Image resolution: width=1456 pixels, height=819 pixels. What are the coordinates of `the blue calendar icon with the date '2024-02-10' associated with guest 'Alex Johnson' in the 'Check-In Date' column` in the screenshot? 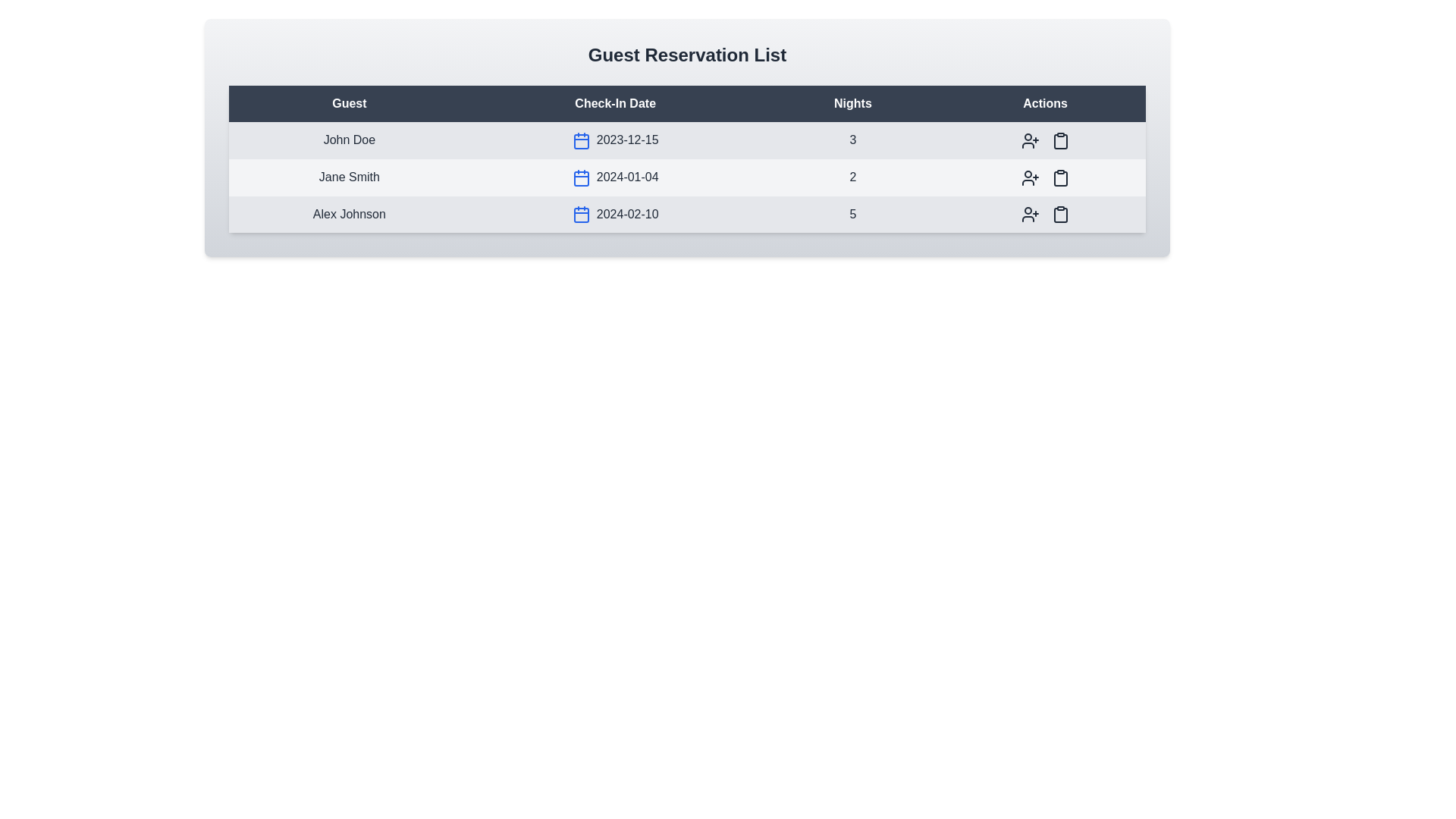 It's located at (615, 214).